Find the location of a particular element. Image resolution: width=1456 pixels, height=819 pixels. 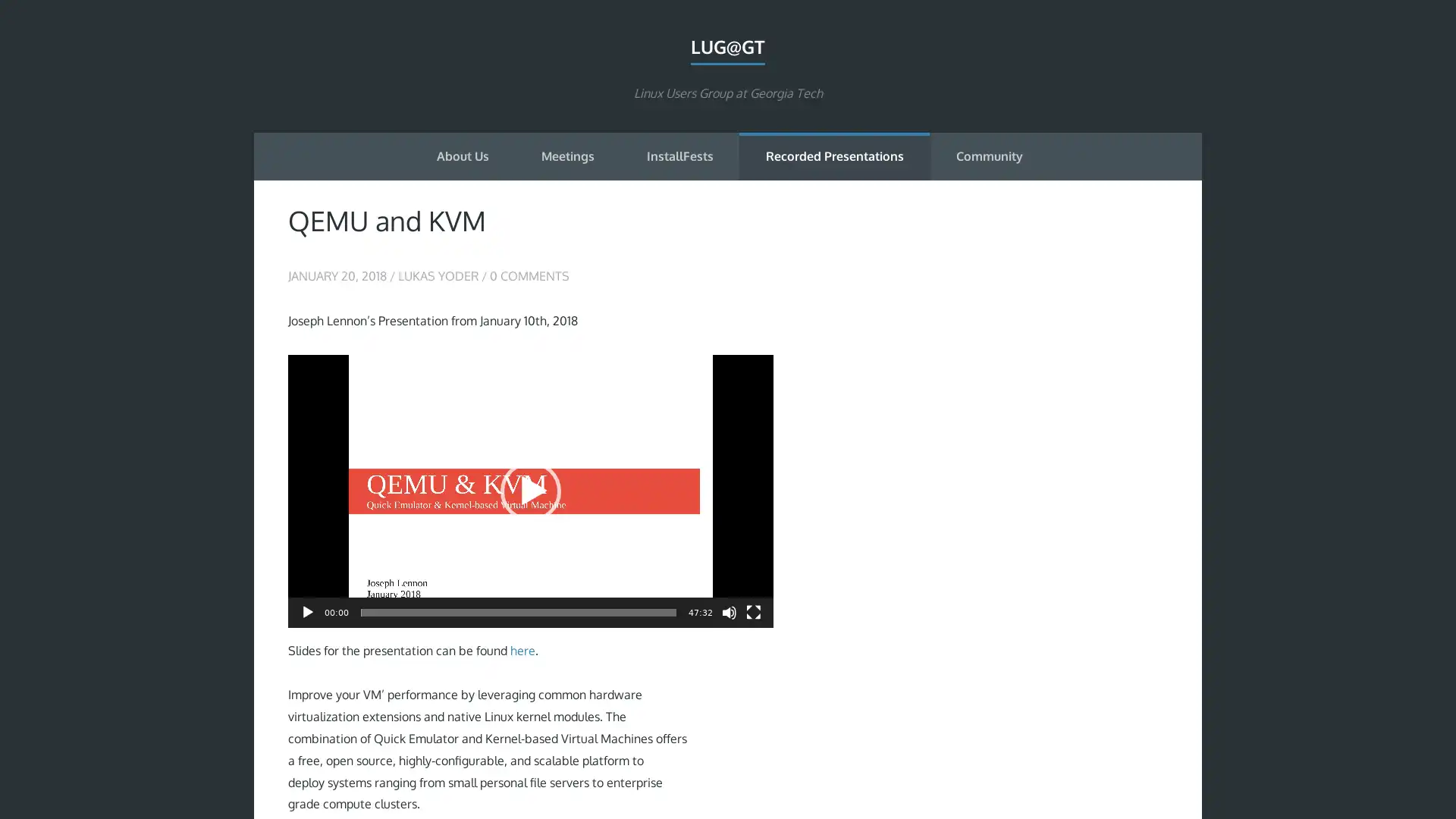

Fullscreen is located at coordinates (753, 610).